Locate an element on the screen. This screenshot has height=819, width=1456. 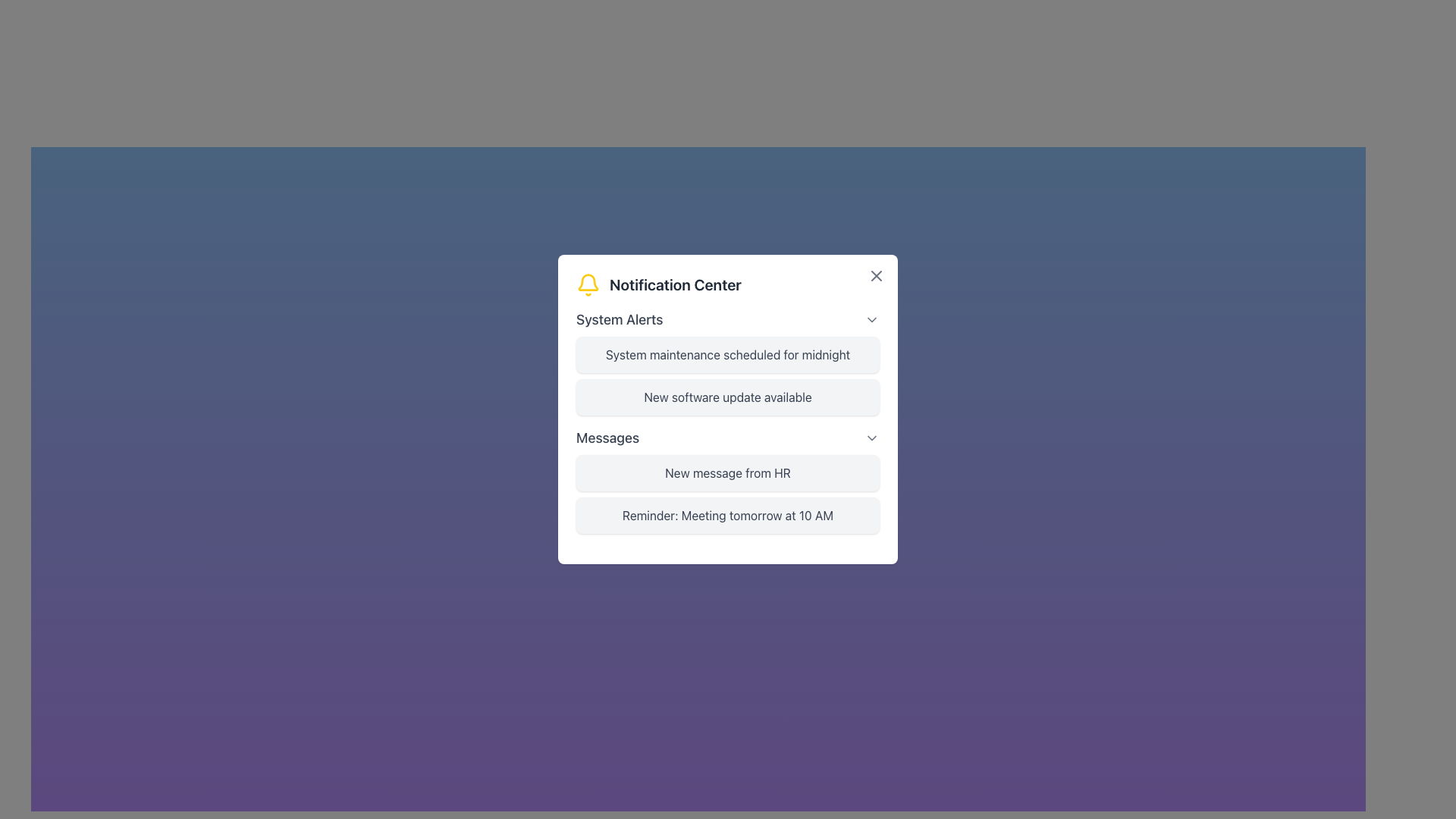
the Notification card displaying 'New message from HR' in the Messages section of the Notification Center is located at coordinates (728, 472).